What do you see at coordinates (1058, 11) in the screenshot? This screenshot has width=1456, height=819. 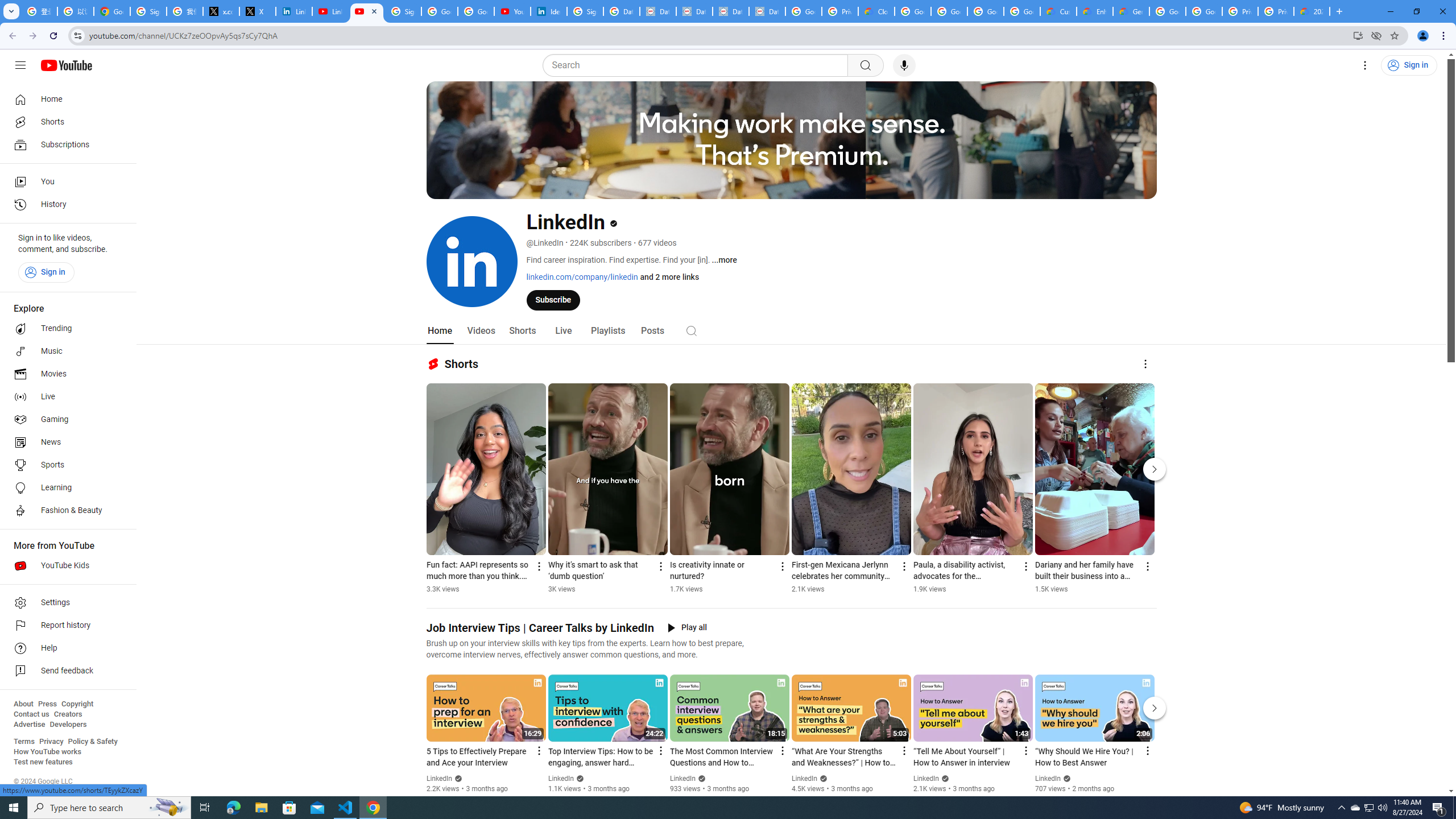 I see `'Customer Care | Google Cloud'` at bounding box center [1058, 11].